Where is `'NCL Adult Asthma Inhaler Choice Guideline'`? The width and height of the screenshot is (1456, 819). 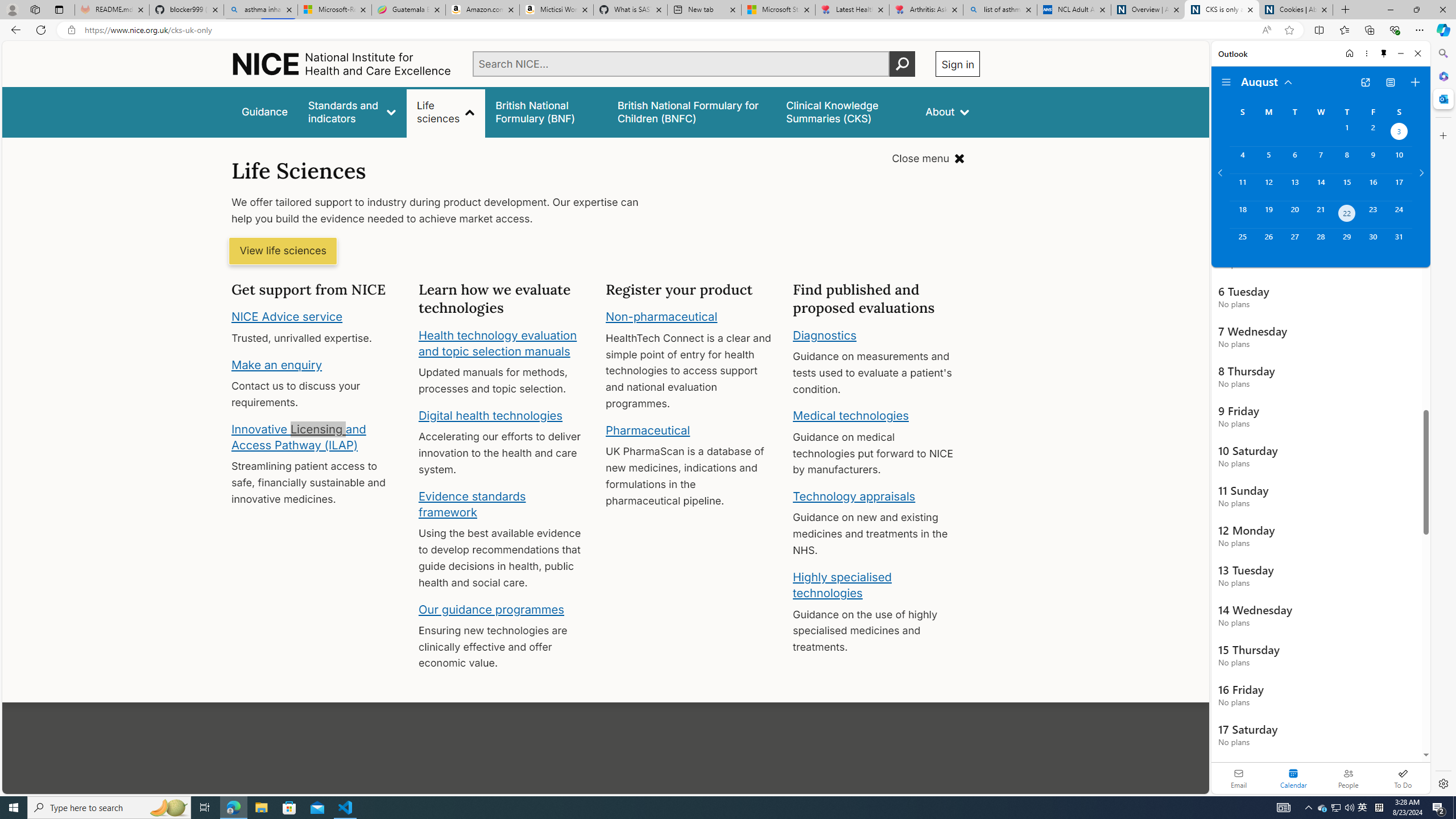
'NCL Adult Asthma Inhaler Choice Guideline' is located at coordinates (1073, 9).